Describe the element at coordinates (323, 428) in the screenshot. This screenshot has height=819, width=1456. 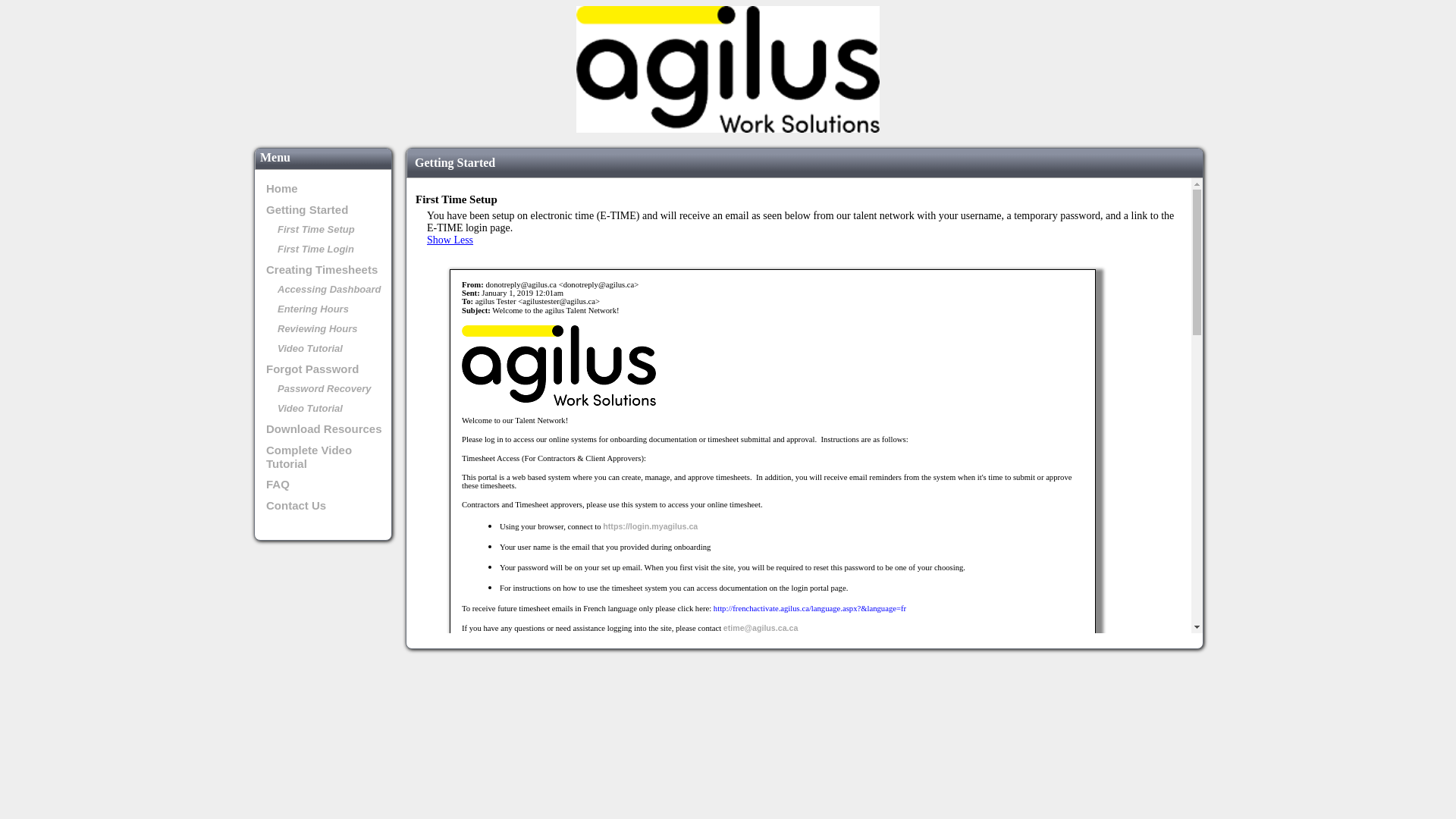
I see `'Download Resources'` at that location.